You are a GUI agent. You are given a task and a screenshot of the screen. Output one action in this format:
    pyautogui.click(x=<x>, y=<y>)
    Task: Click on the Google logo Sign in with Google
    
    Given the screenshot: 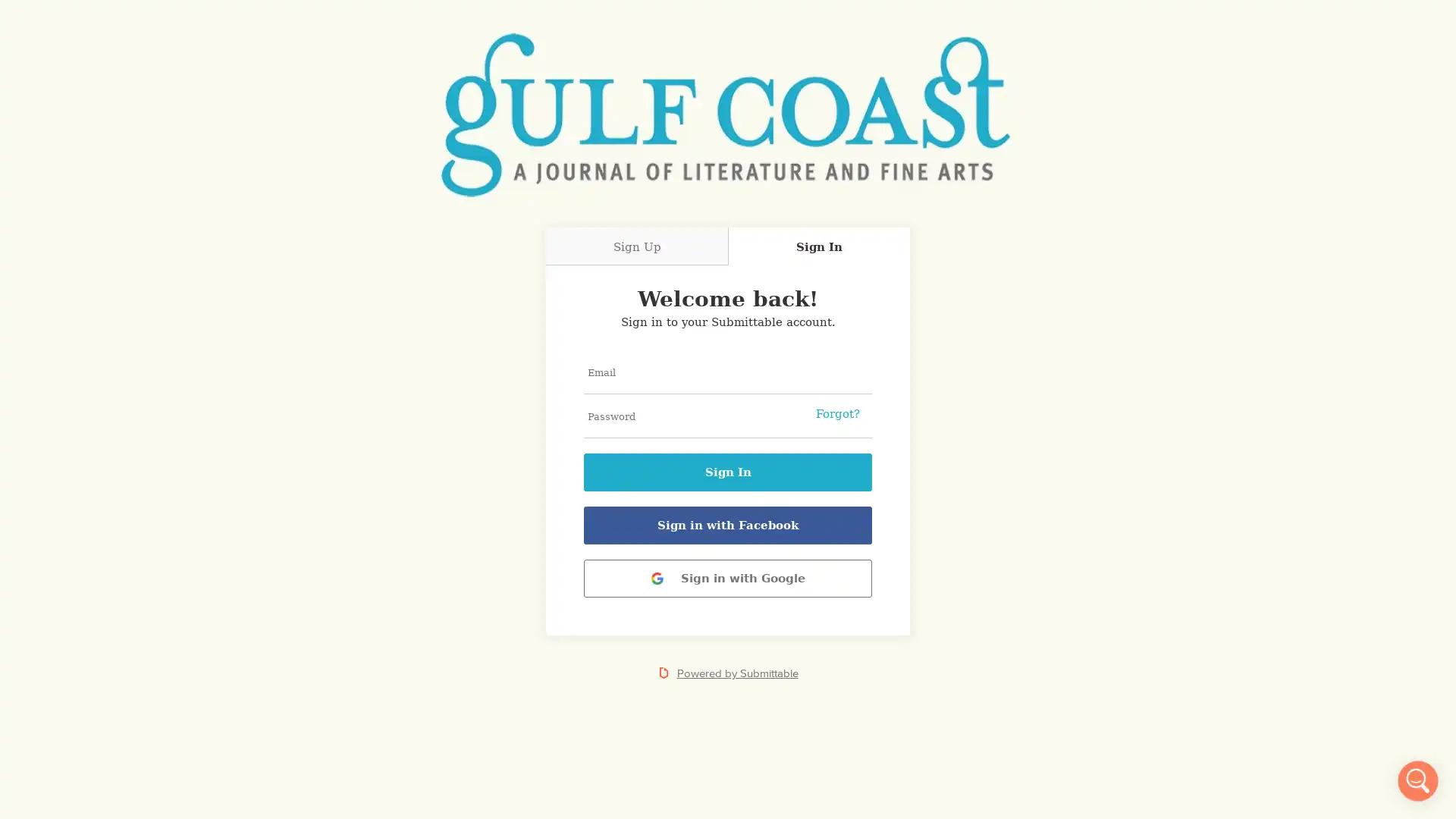 What is the action you would take?
    pyautogui.click(x=728, y=579)
    